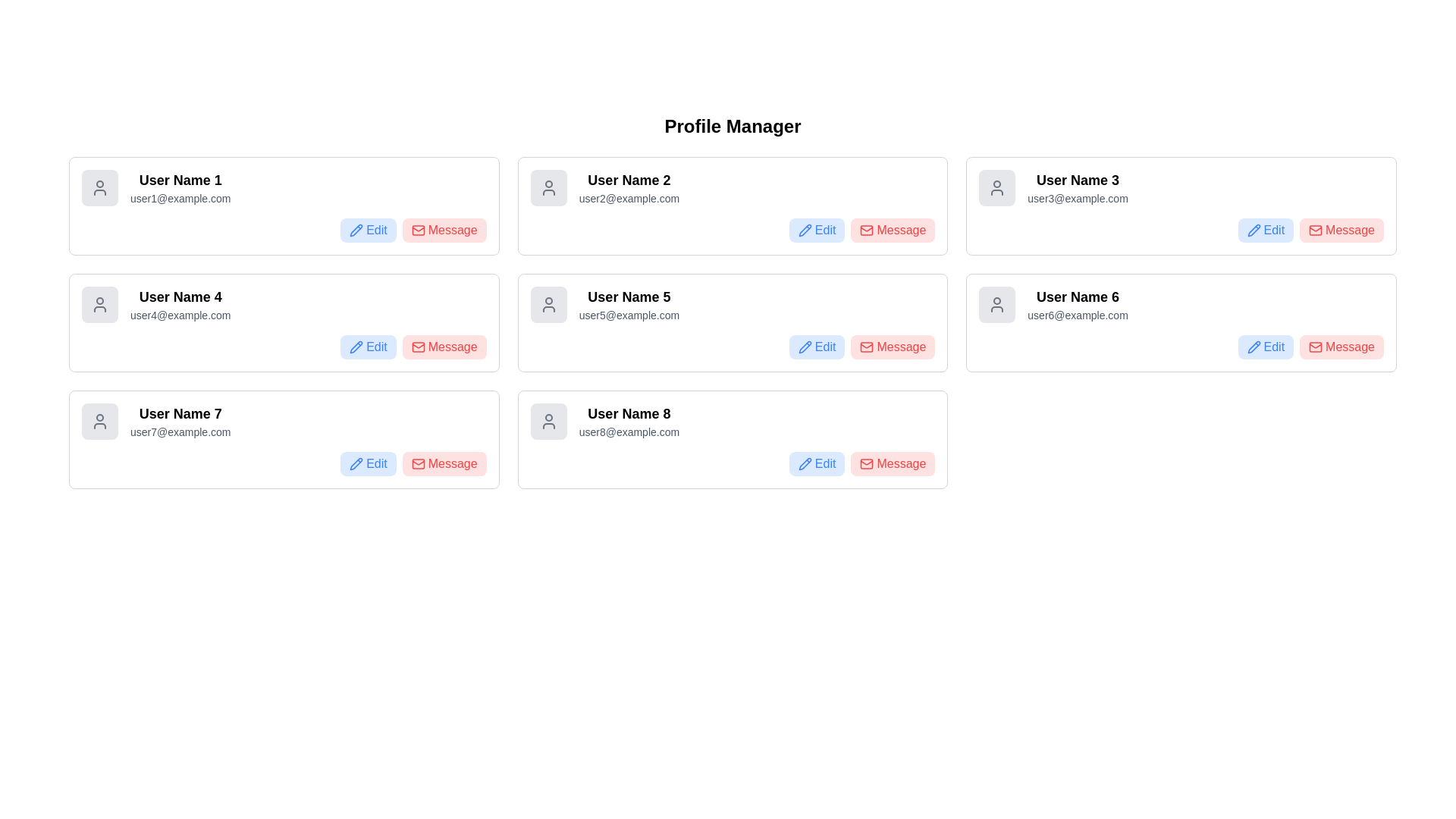 This screenshot has width=1456, height=819. Describe the element at coordinates (1315, 347) in the screenshot. I see `the envelope icon within the 'Message' button located in the bottom-right of the user information card for 'User Name 6'` at that location.